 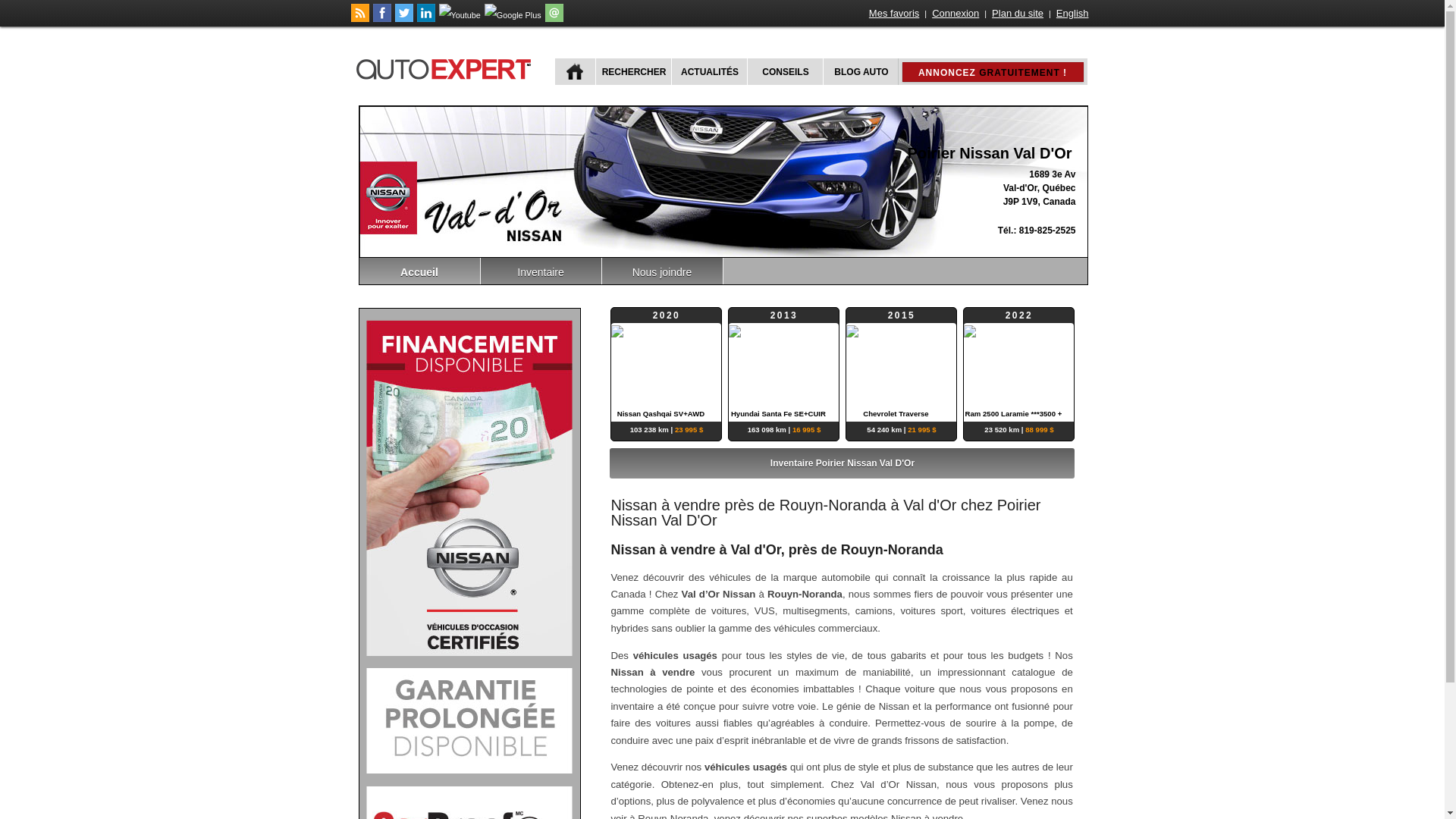 What do you see at coordinates (632, 71) in the screenshot?
I see `'RECHERCHER'` at bounding box center [632, 71].